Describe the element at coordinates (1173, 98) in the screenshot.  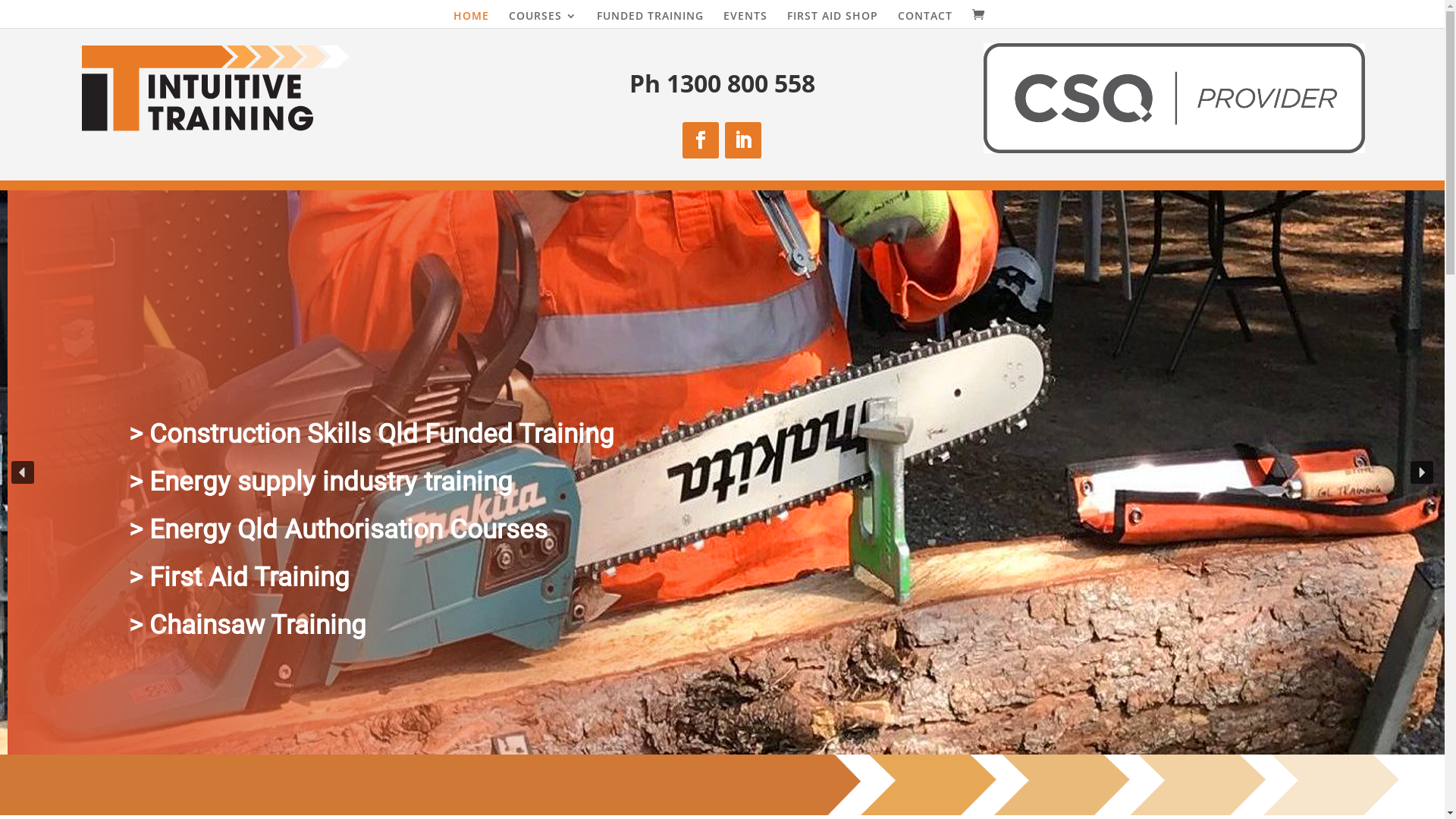
I see `'CSQ-Partner-logo_secondary CMYK'` at that location.